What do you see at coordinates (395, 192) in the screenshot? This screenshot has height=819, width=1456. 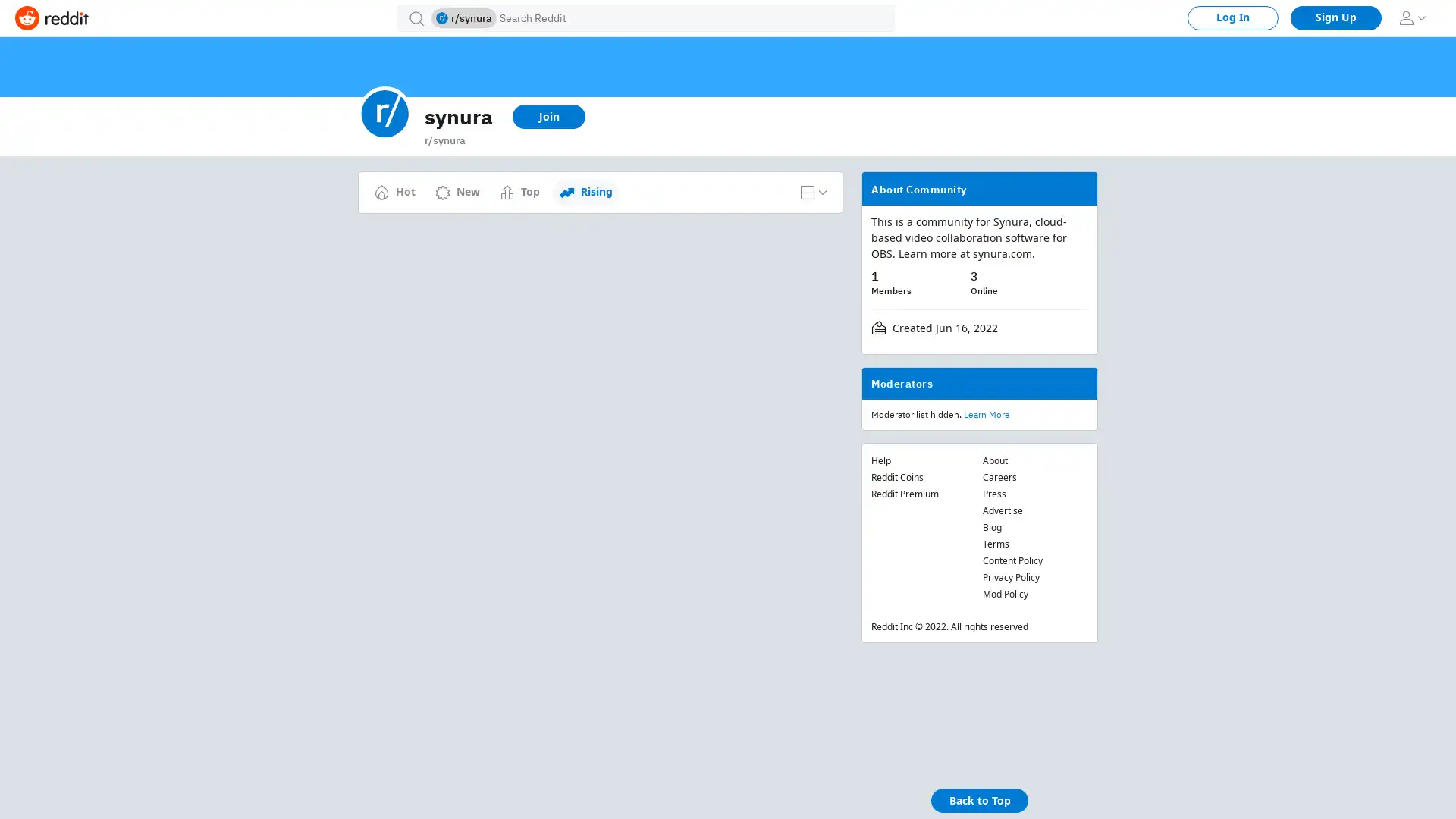 I see `Hot` at bounding box center [395, 192].